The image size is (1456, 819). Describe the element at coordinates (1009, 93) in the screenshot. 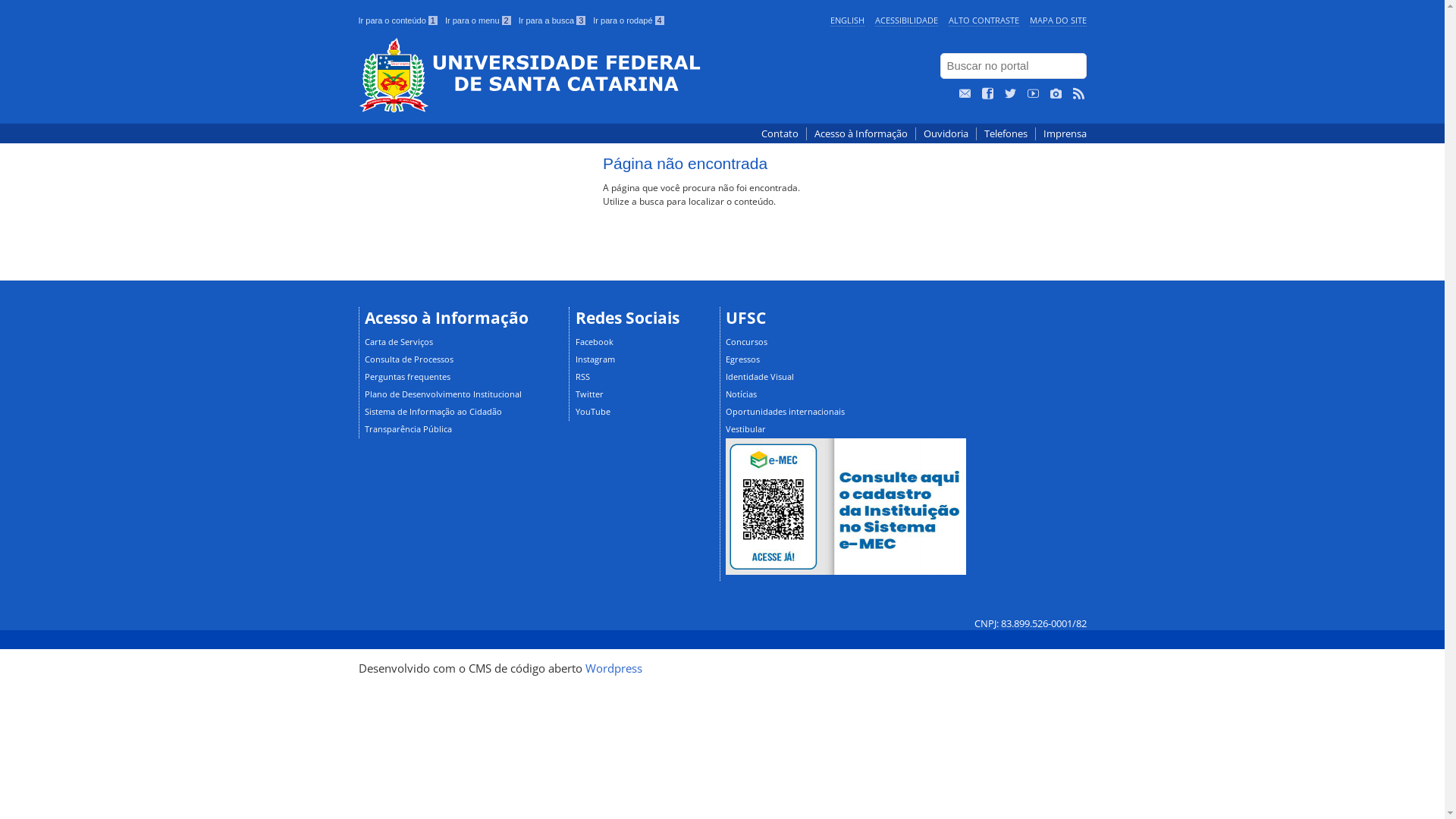

I see `'Siga no Twitter'` at that location.